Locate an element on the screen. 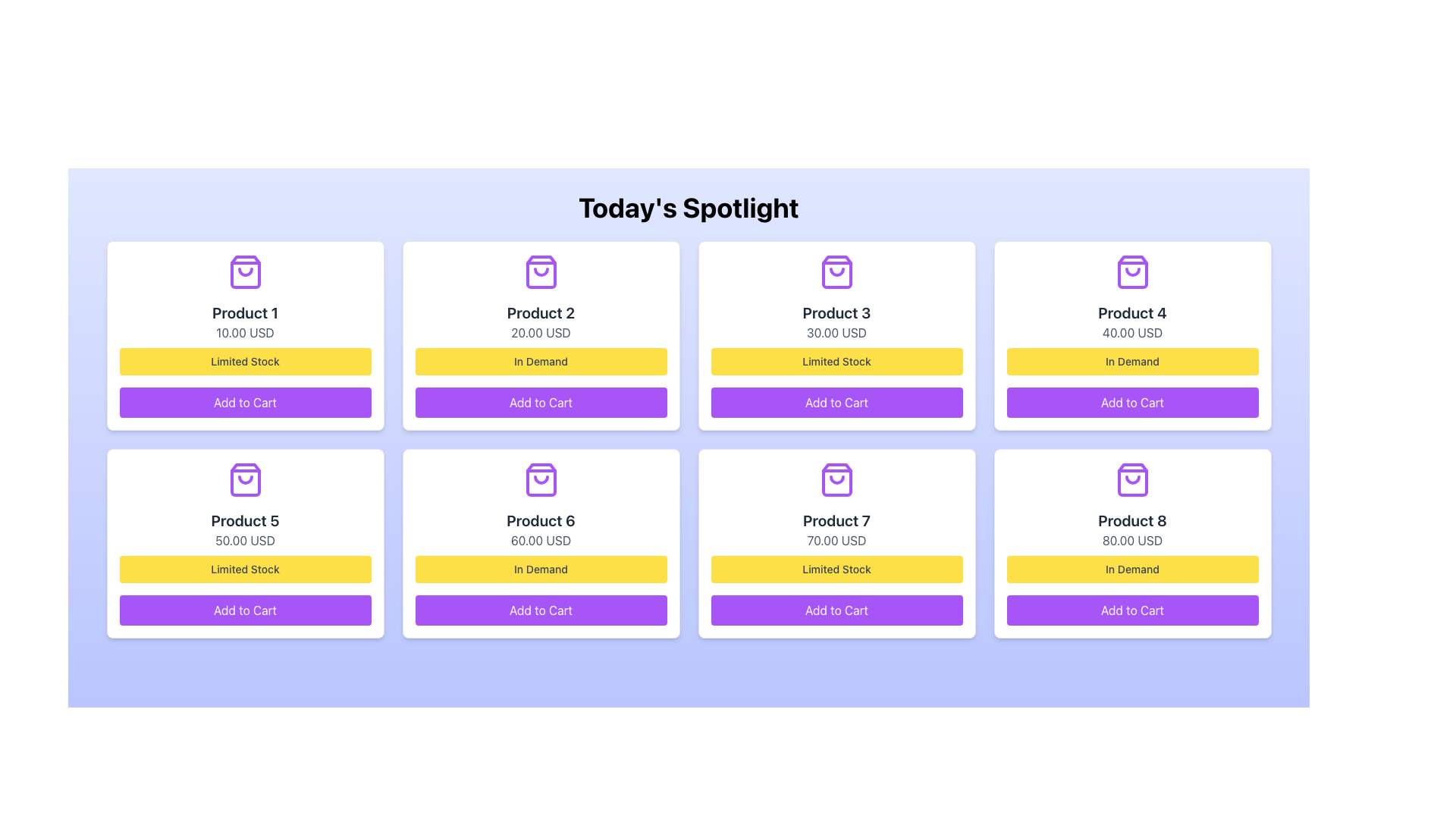 Image resolution: width=1456 pixels, height=819 pixels. the Text Label displaying the product's title and price within the 'Product 8' card, located below the shopping bag icon and above the 'In Demand' label is located at coordinates (1132, 529).